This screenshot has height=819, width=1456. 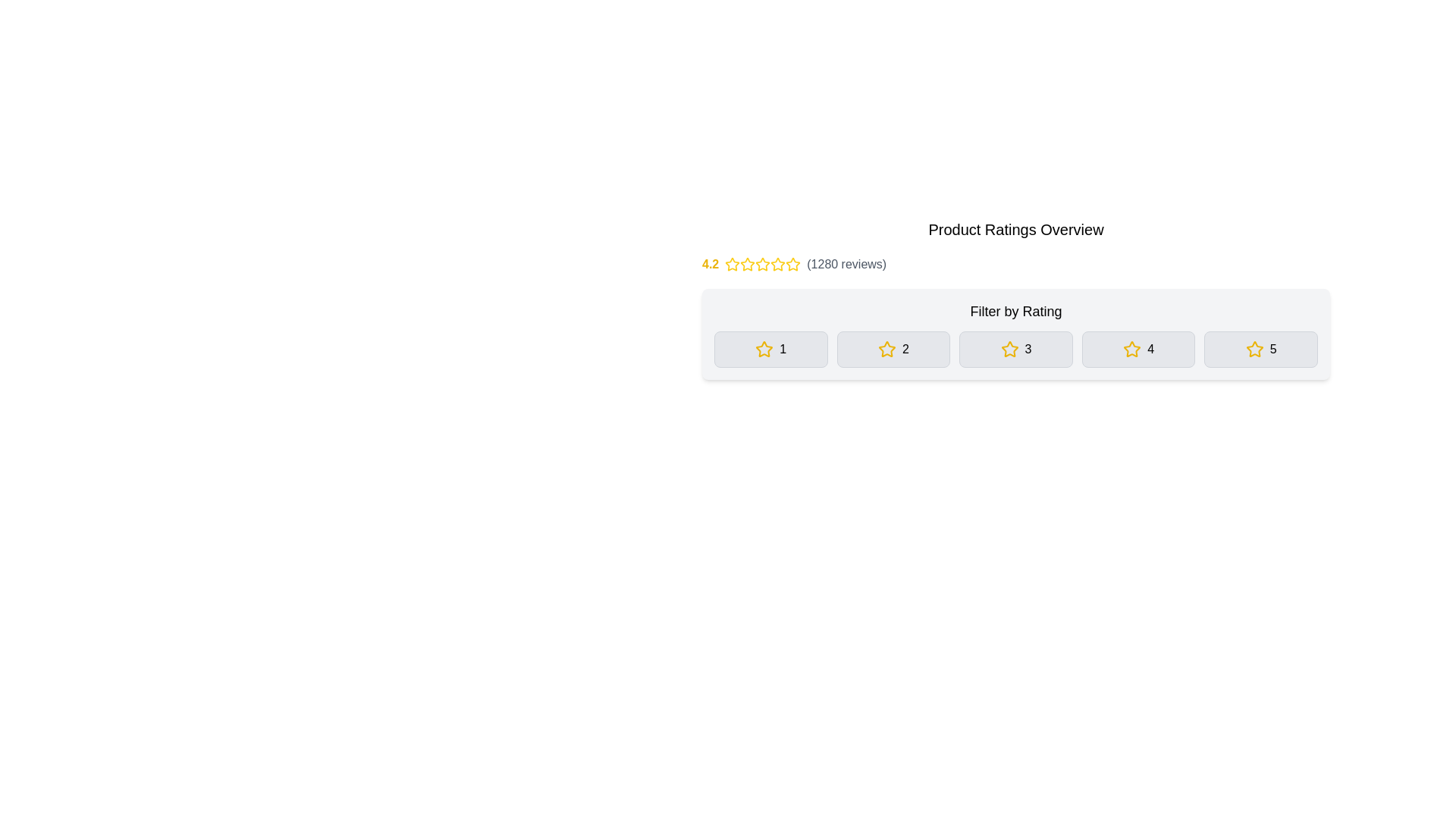 What do you see at coordinates (1273, 350) in the screenshot?
I see `the numeric text label '5' which is styled with a medium font-weight and positioned next to a star icon, indicating a filter for a 5-star rating` at bounding box center [1273, 350].